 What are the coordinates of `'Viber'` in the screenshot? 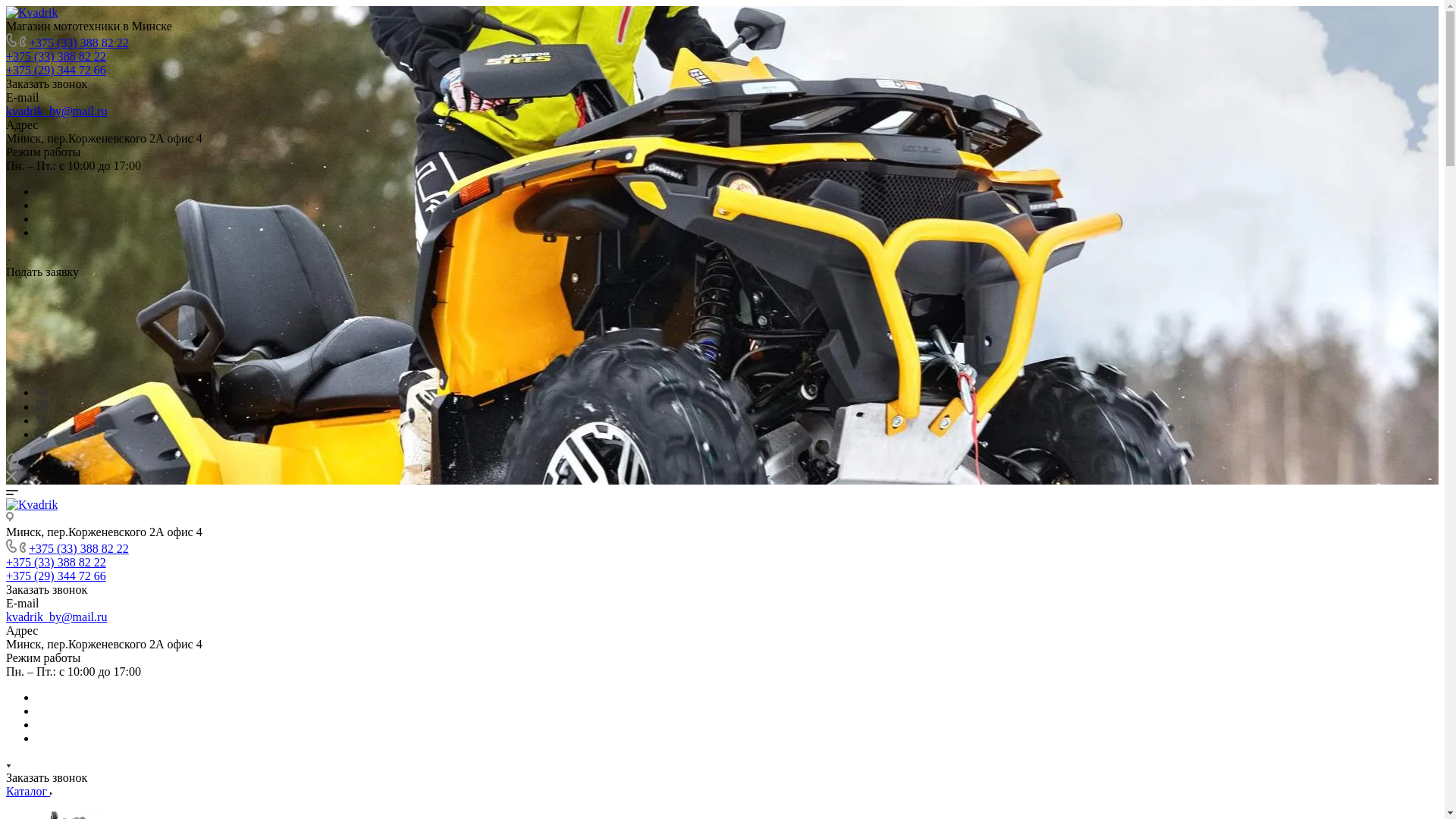 It's located at (41, 434).